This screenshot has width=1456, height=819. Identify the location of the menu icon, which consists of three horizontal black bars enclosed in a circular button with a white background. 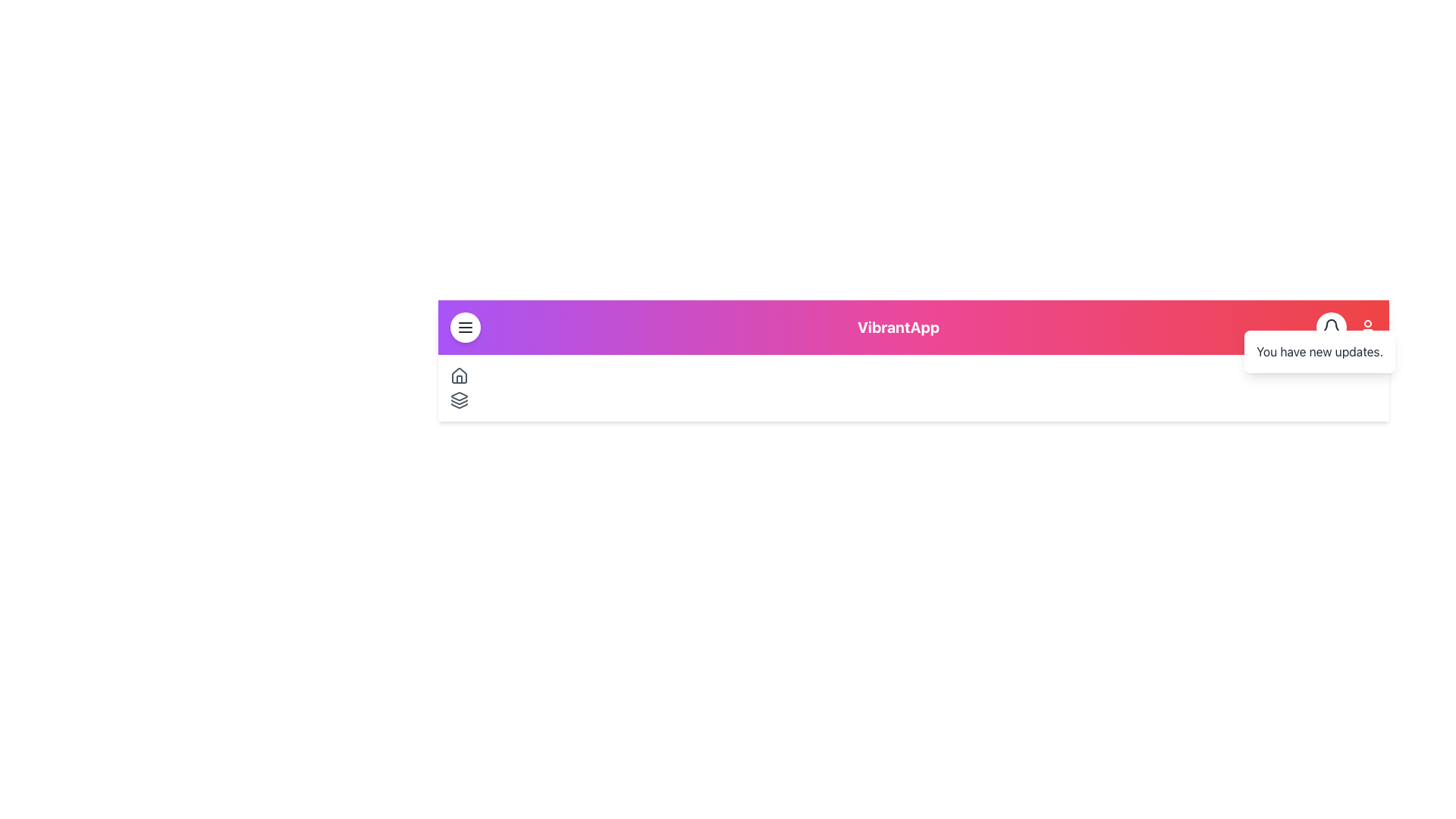
(465, 327).